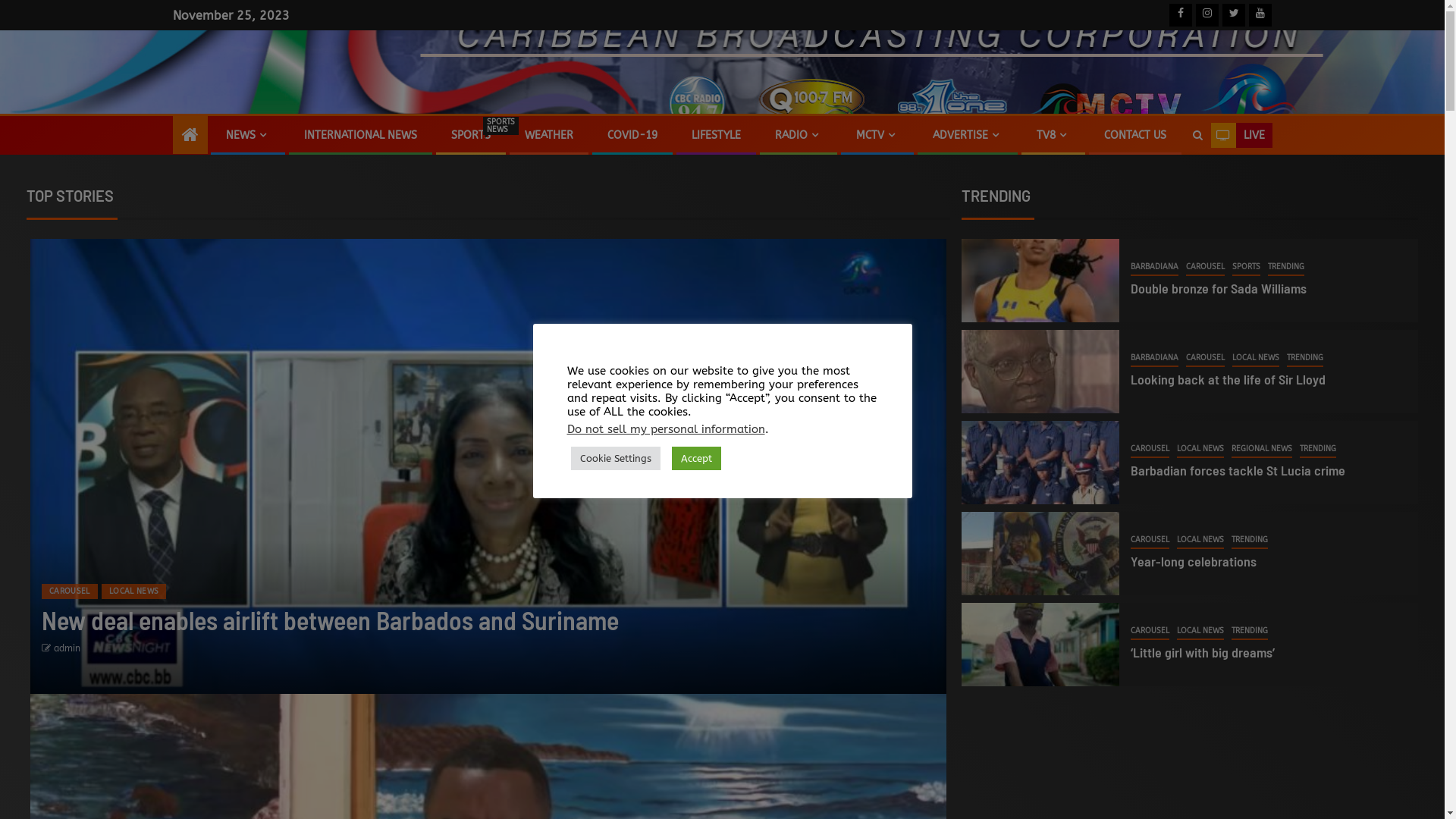  Describe the element at coordinates (1200, 632) in the screenshot. I see `'LOCAL NEWS'` at that location.